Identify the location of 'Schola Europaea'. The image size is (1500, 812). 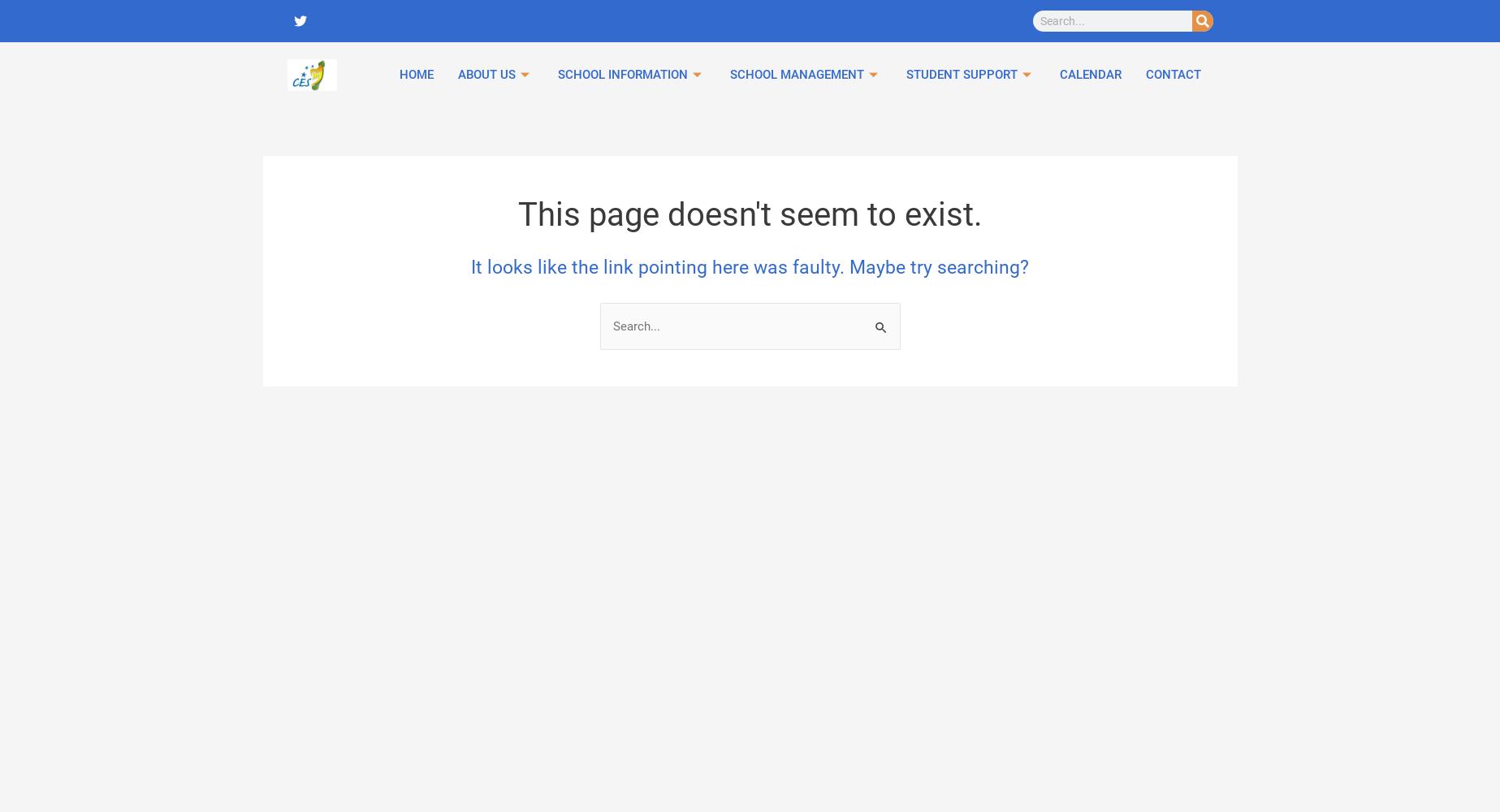
(673, 177).